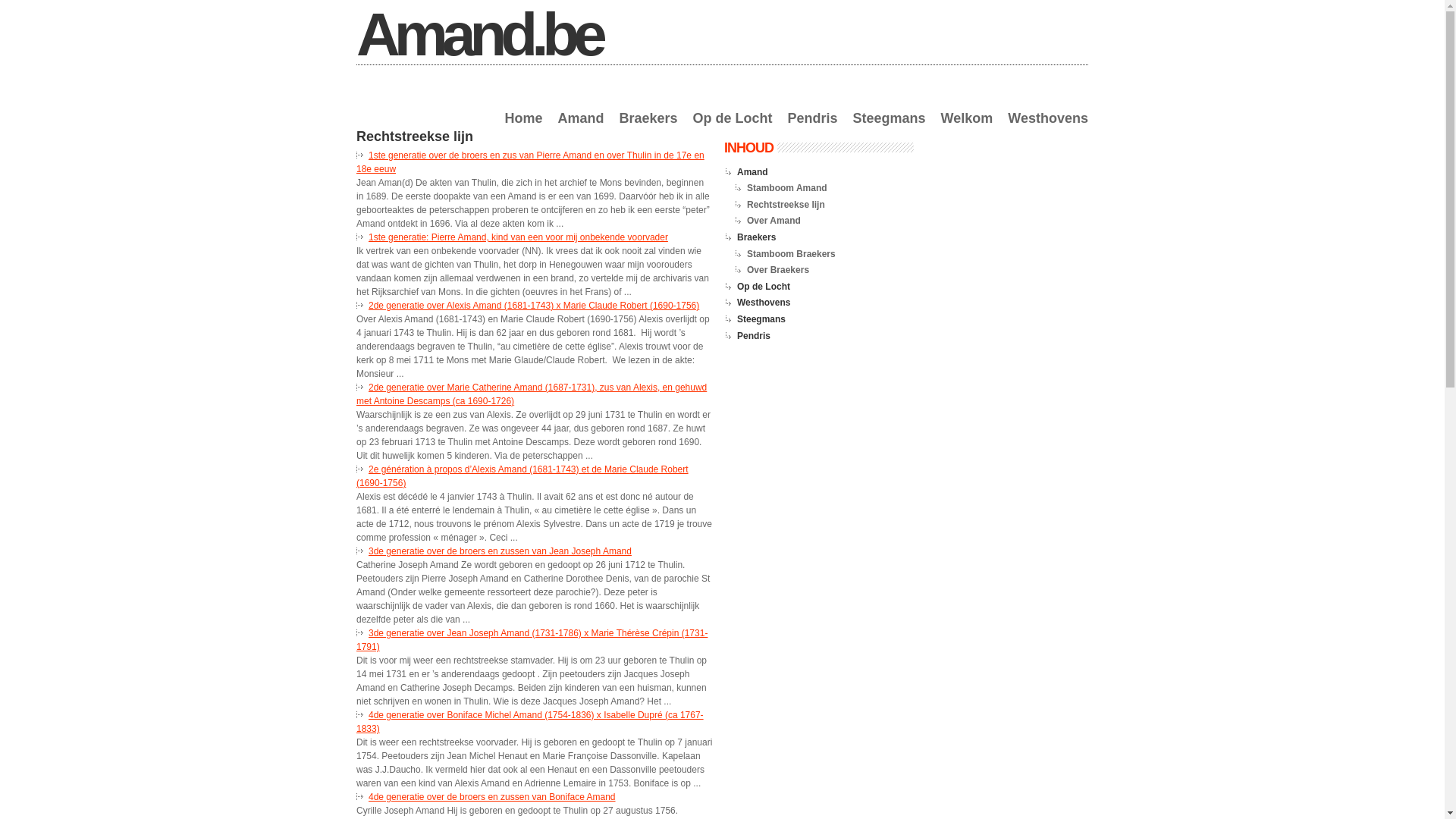 The height and width of the screenshot is (819, 1456). I want to click on 'Op de Locht', so click(736, 287).